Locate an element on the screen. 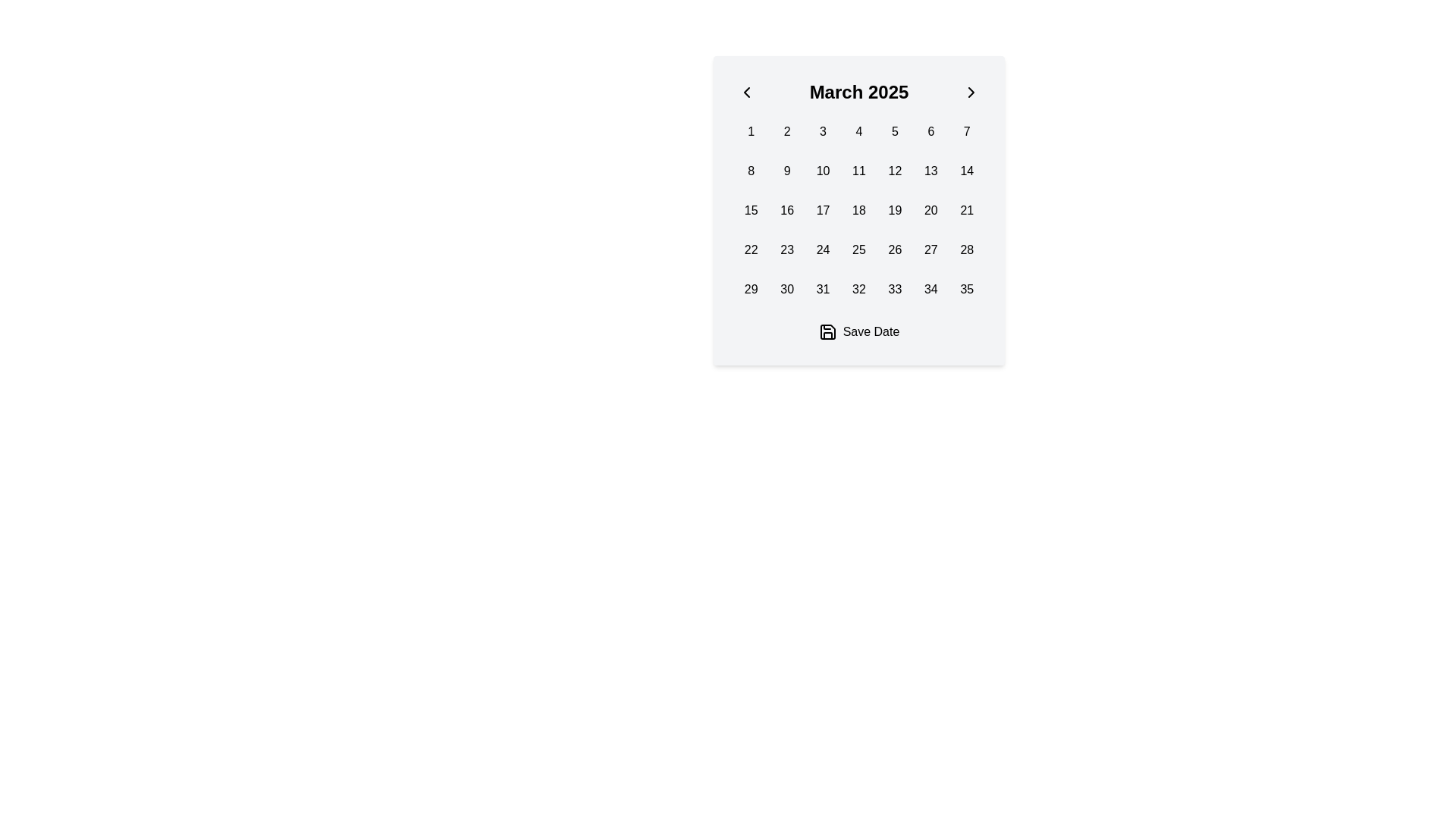 The image size is (1456, 819). the selectable day button in the calendar widget located in the second row, first column of the grid, which is positioned just below the label 'March 2025' is located at coordinates (751, 171).